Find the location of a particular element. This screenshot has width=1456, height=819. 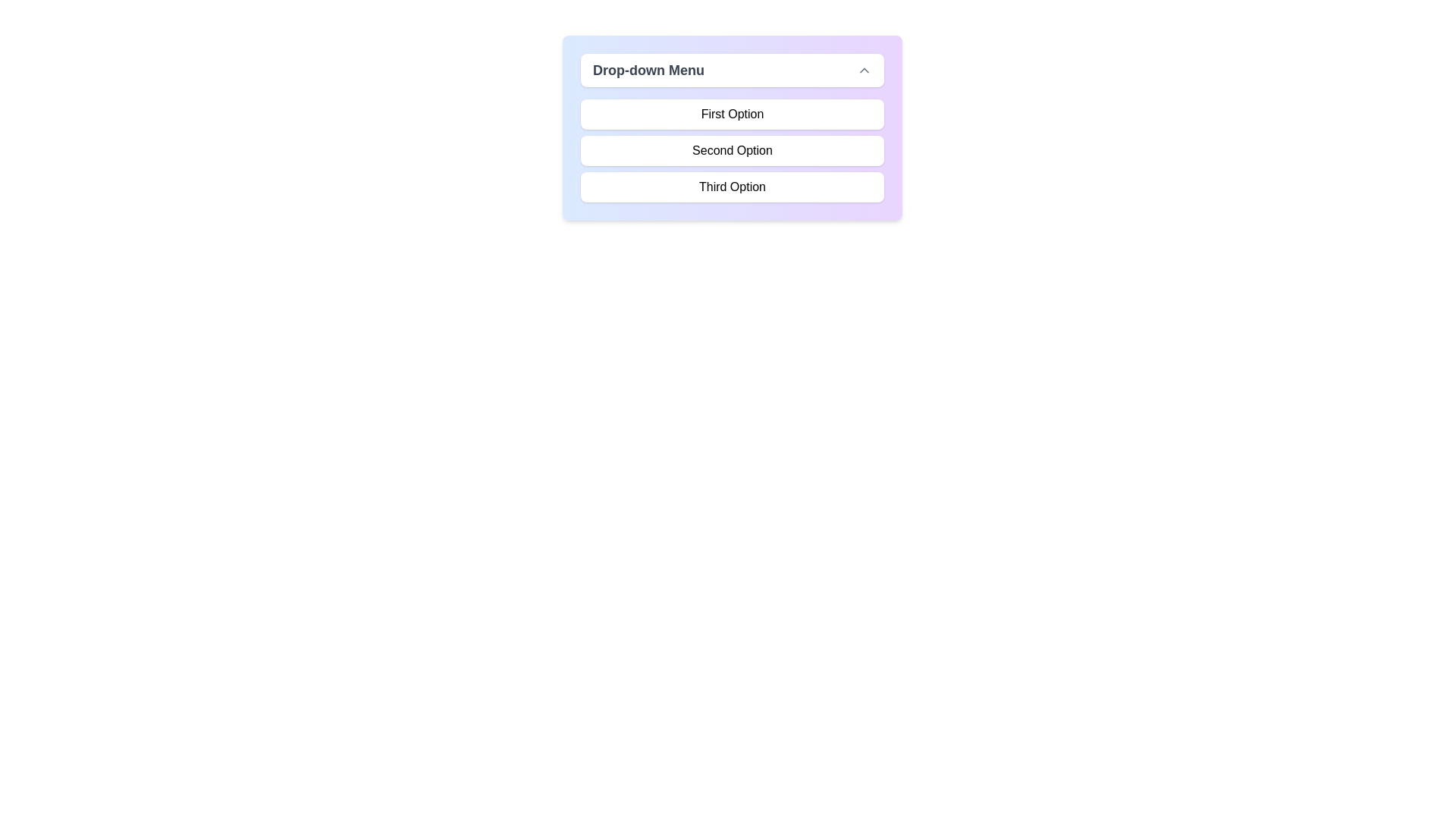

the 'First Option' button, which is a horizontally elongated rectangular button with rounded corners, displaying the text 'First Option' centered within it is located at coordinates (732, 113).